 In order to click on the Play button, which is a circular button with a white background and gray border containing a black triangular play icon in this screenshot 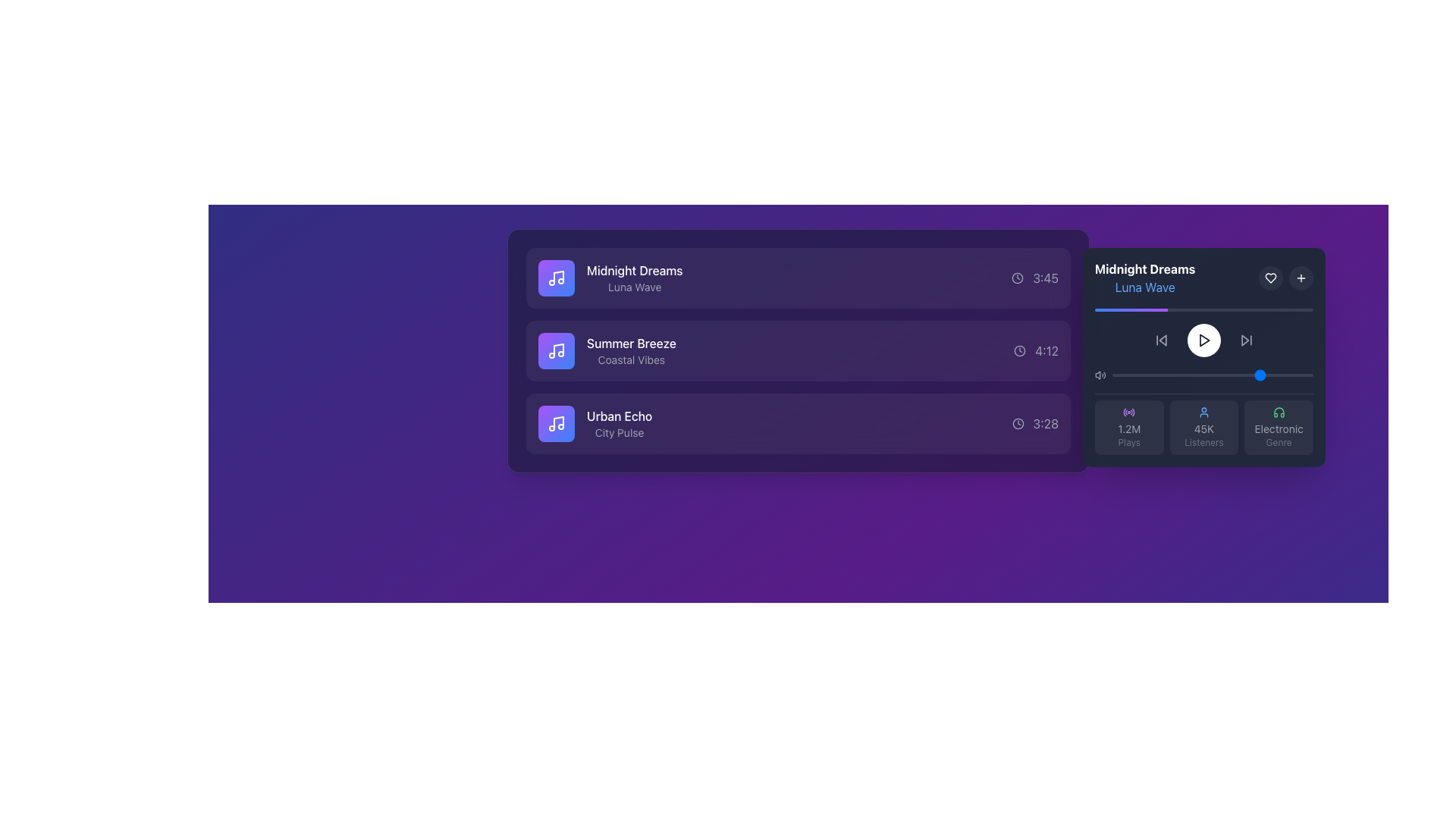, I will do `click(1203, 339)`.